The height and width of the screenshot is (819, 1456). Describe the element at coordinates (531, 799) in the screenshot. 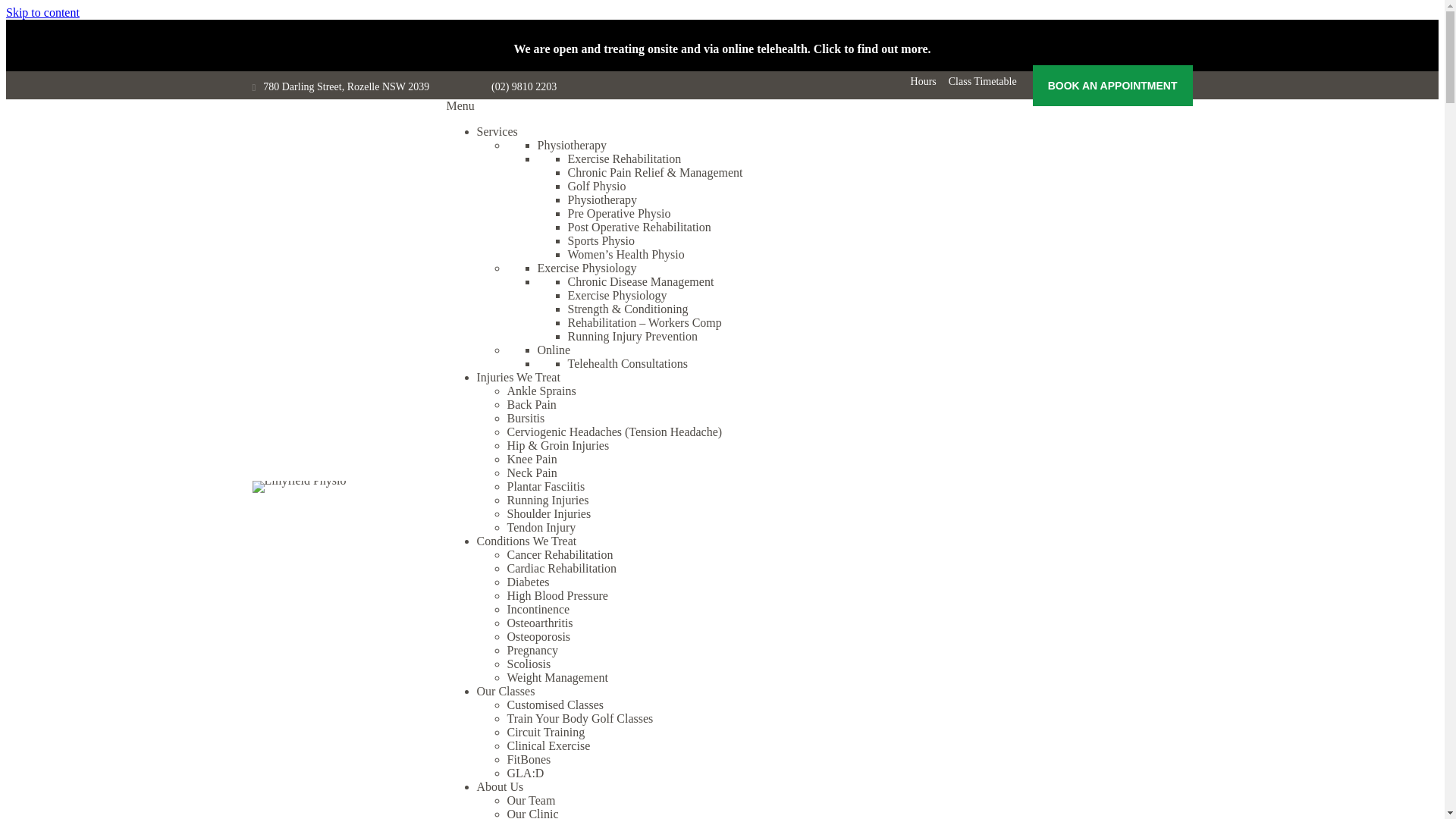

I see `'Our Team'` at that location.